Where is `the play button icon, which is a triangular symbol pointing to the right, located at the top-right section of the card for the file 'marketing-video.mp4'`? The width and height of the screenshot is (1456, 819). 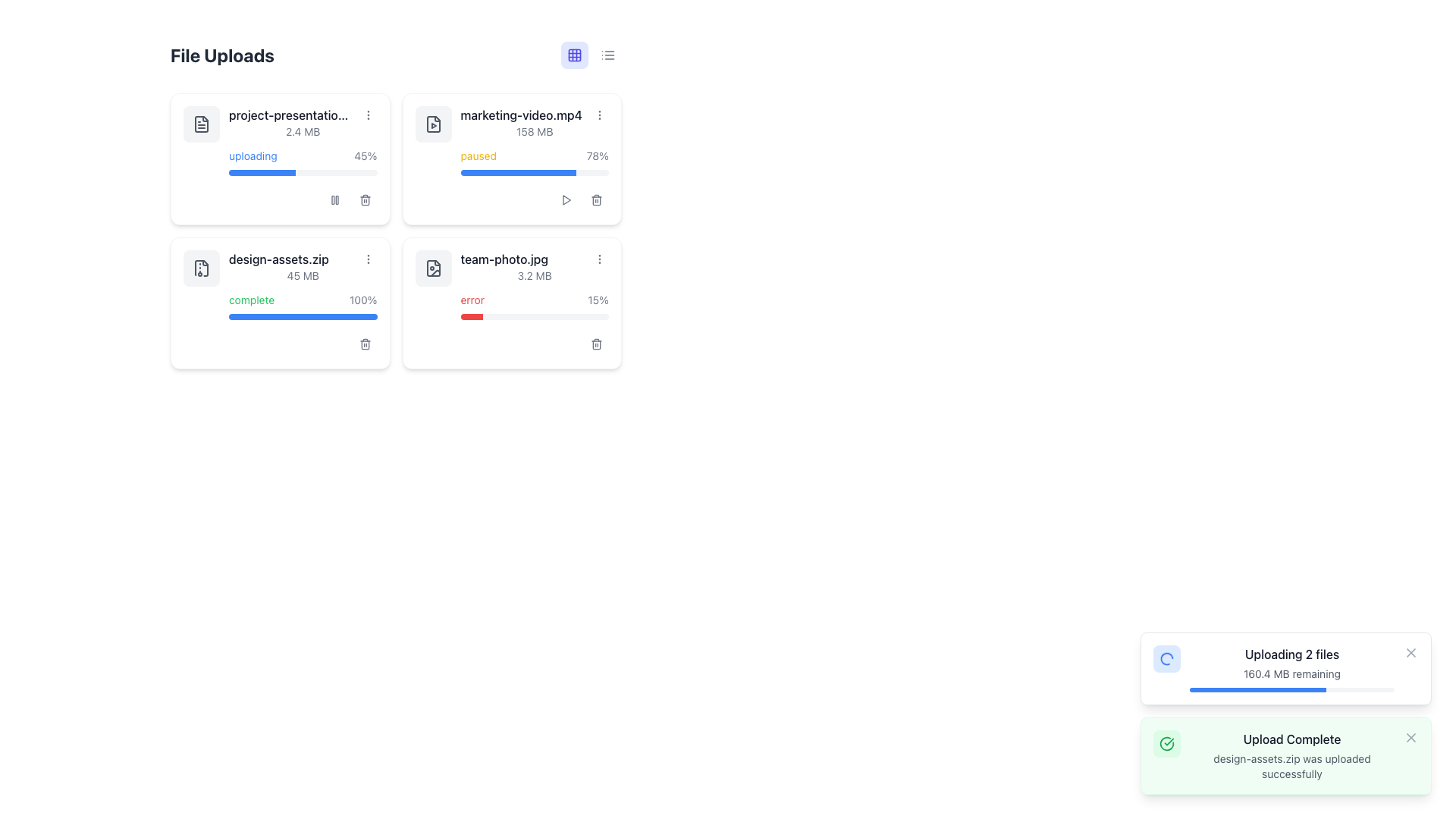 the play button icon, which is a triangular symbol pointing to the right, located at the top-right section of the card for the file 'marketing-video.mp4' is located at coordinates (566, 199).